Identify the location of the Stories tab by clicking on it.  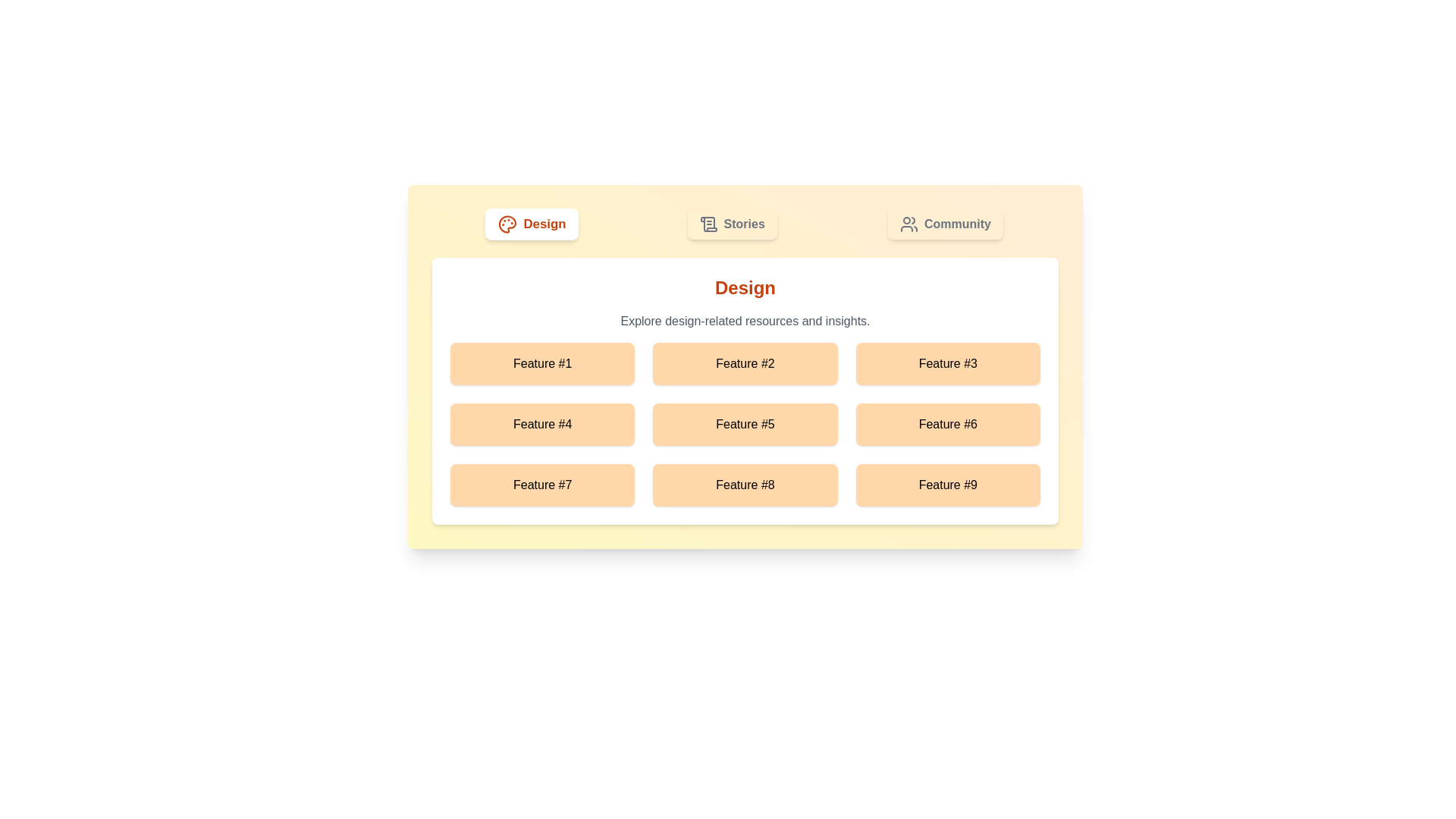
(732, 224).